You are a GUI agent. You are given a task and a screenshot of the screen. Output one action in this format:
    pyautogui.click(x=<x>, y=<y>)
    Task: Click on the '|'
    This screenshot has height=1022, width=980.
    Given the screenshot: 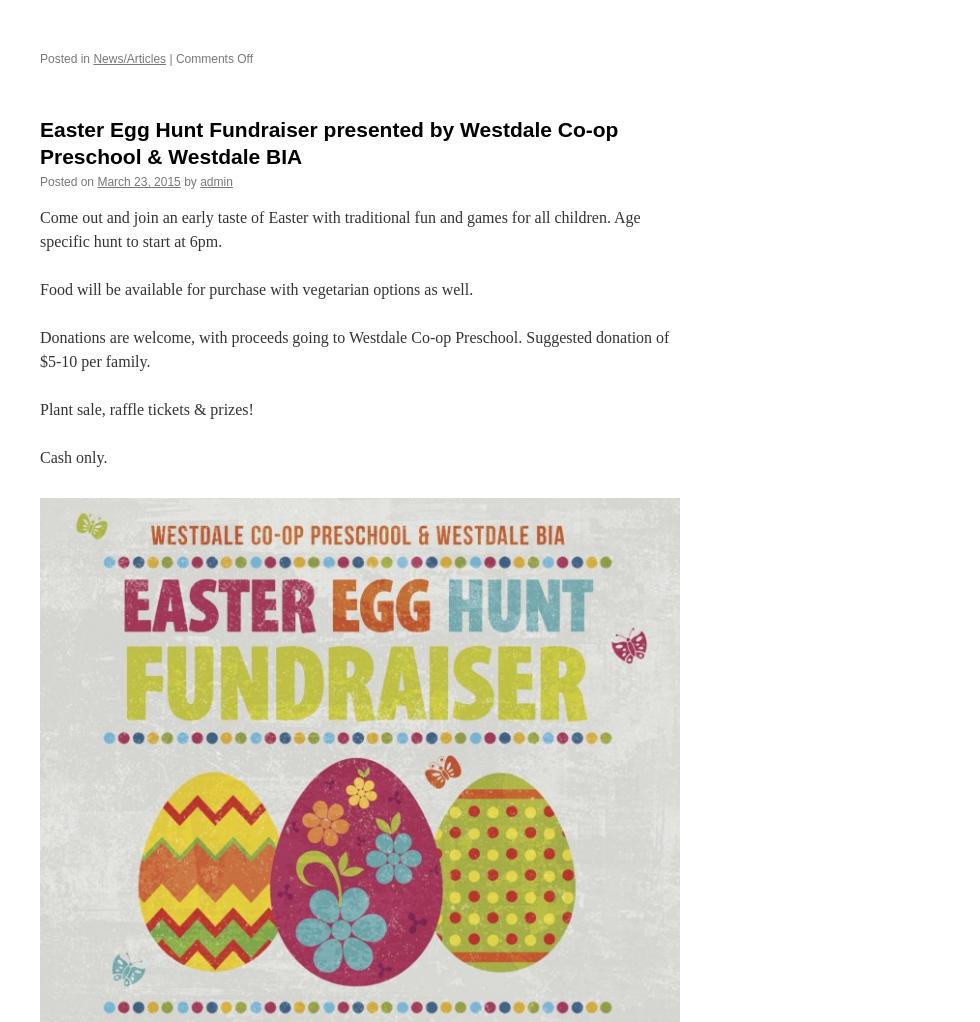 What is the action you would take?
    pyautogui.click(x=170, y=58)
    